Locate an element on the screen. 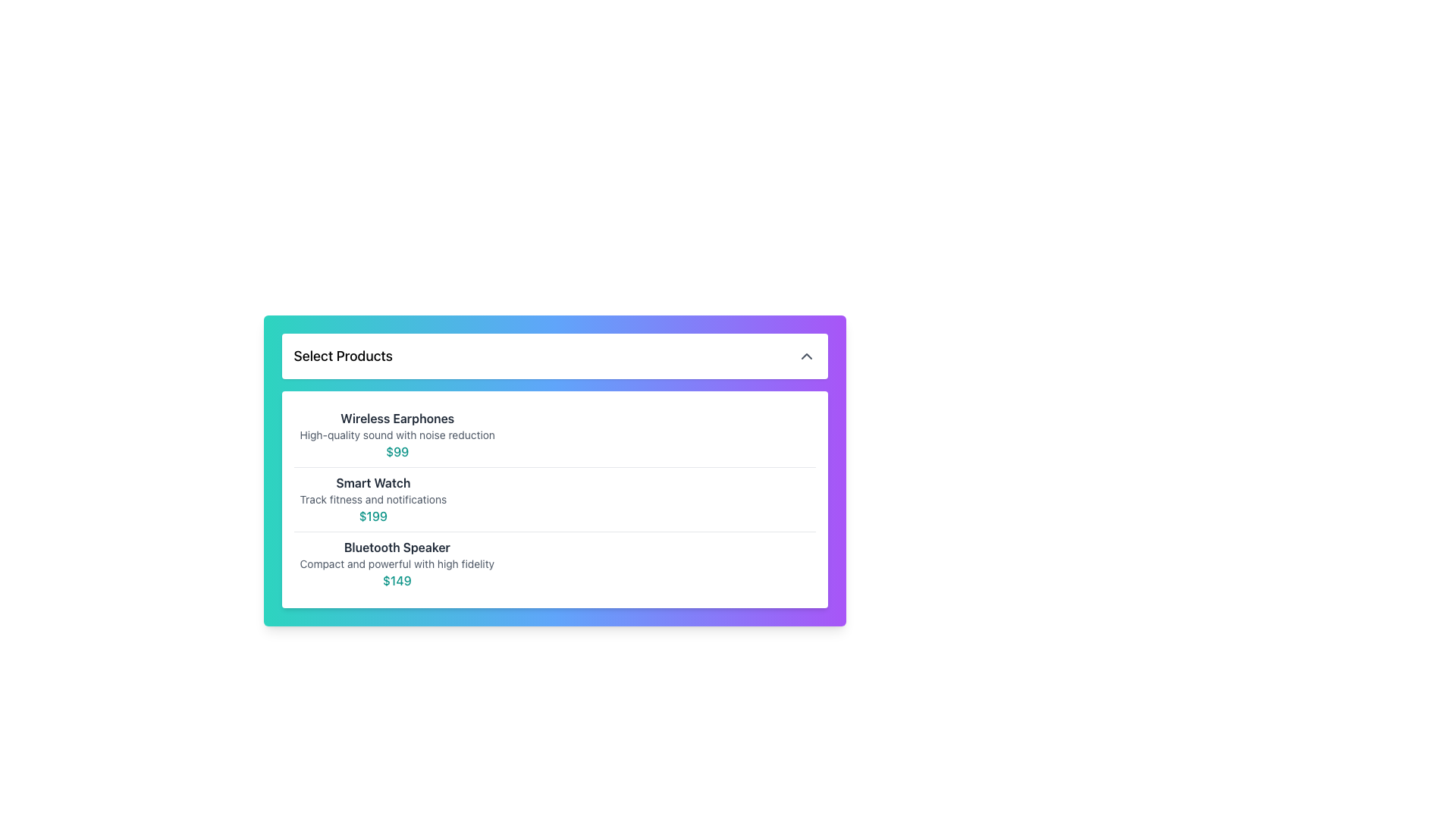 The image size is (1456, 819). the price text element for the product 'Wireless Earphones', located below its title and description is located at coordinates (397, 451).